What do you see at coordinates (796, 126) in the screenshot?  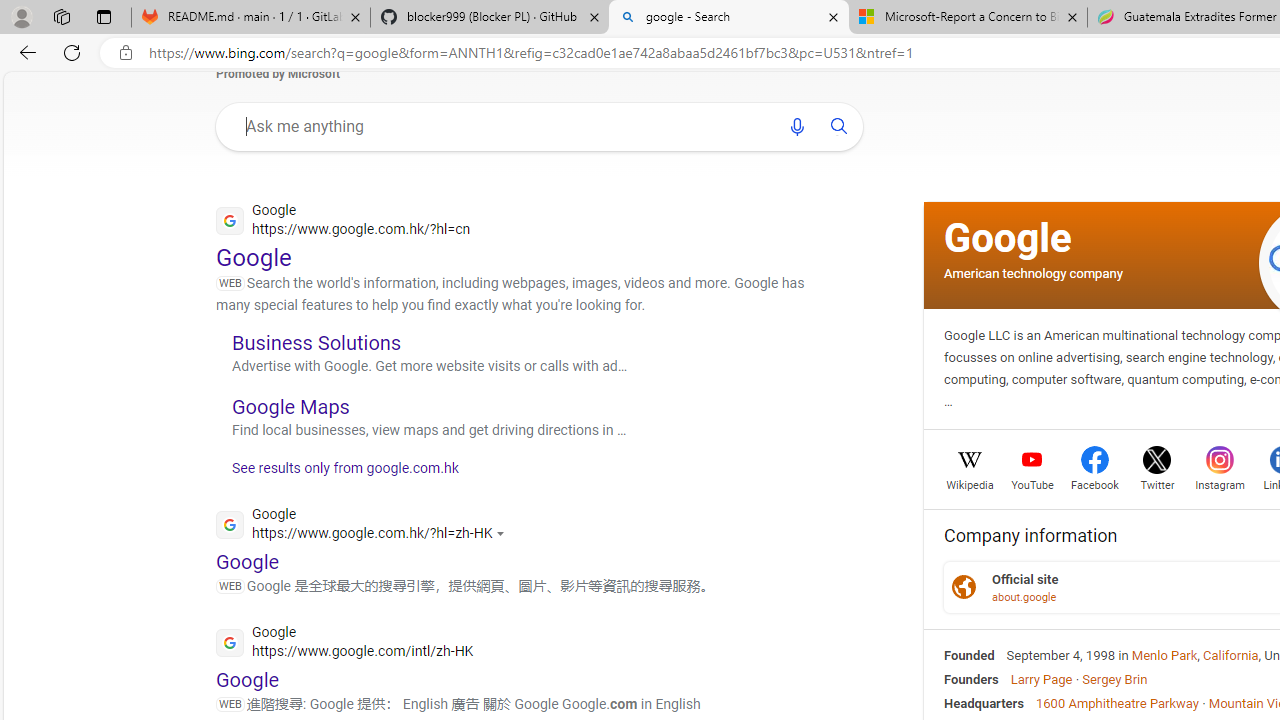 I see `'Search using voice'` at bounding box center [796, 126].